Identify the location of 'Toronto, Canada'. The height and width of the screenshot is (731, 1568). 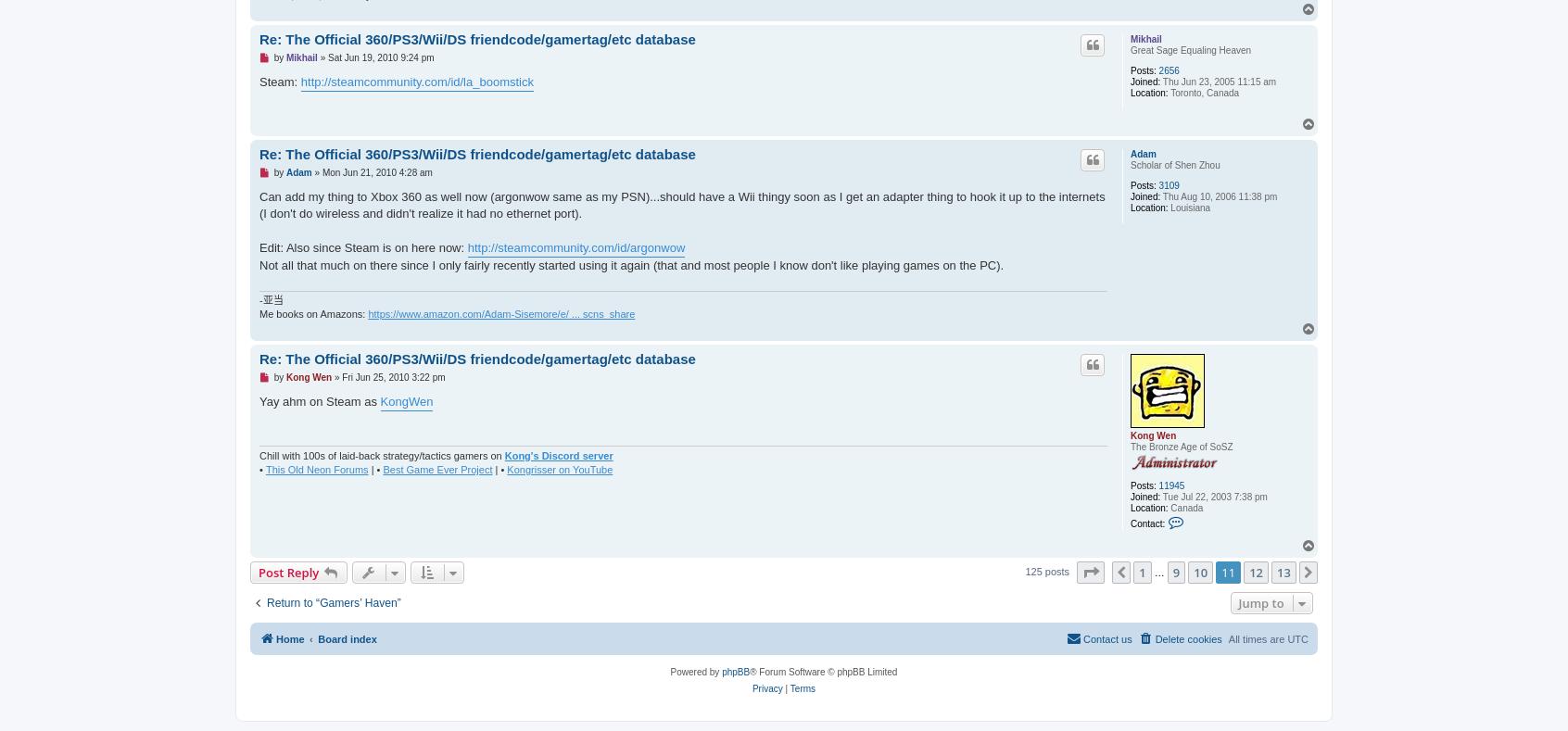
(1202, 92).